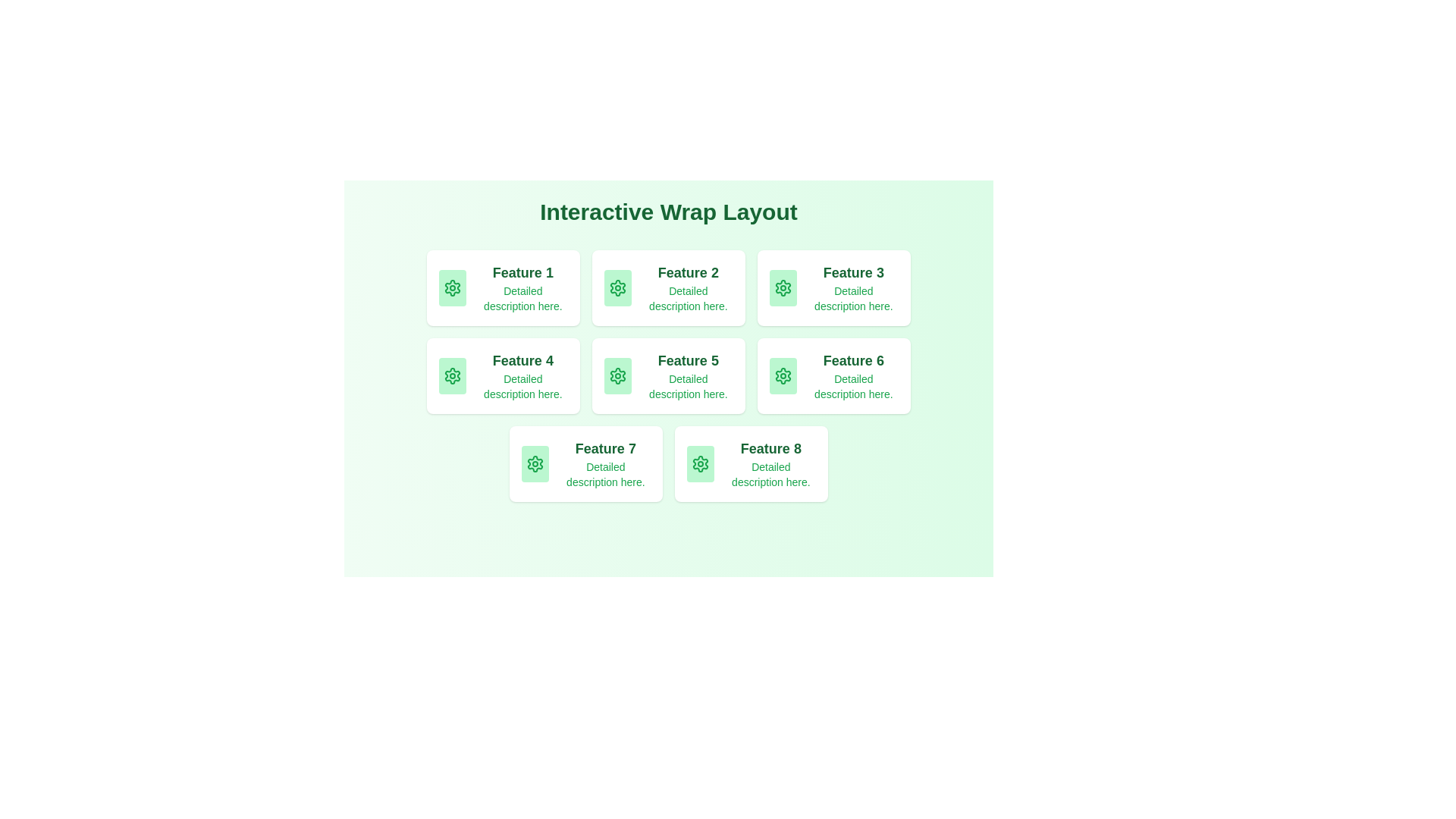  What do you see at coordinates (699, 463) in the screenshot?
I see `the gear icon element within the eighth feature card titled 'Feature 8', which is characterized by its green outline and cogwheel design` at bounding box center [699, 463].